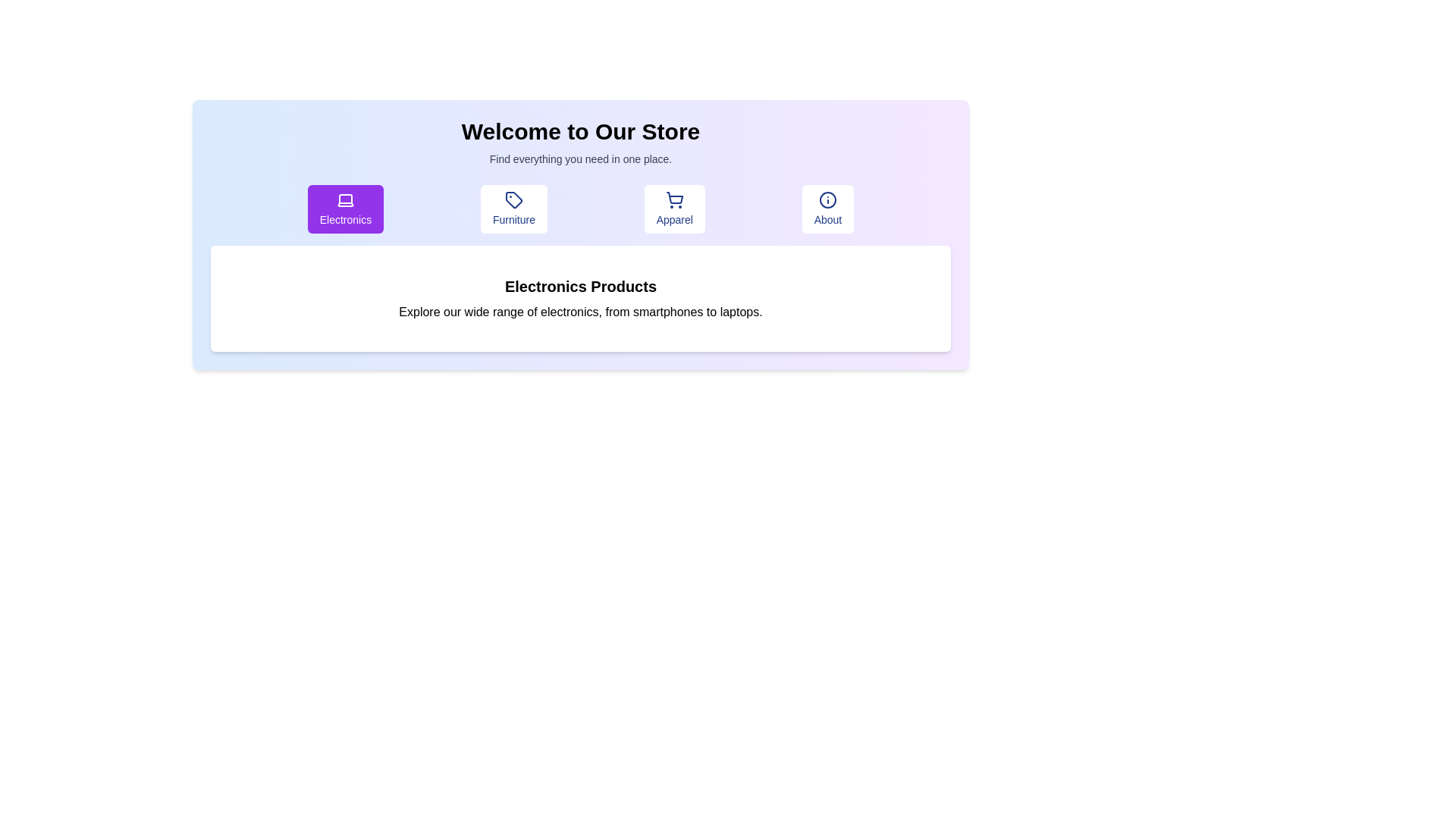 Image resolution: width=1456 pixels, height=819 pixels. I want to click on the navigational button for the furniture section located under 'Welcome to Our Store', positioned between 'Electronics' and 'Apparel', so click(513, 209).